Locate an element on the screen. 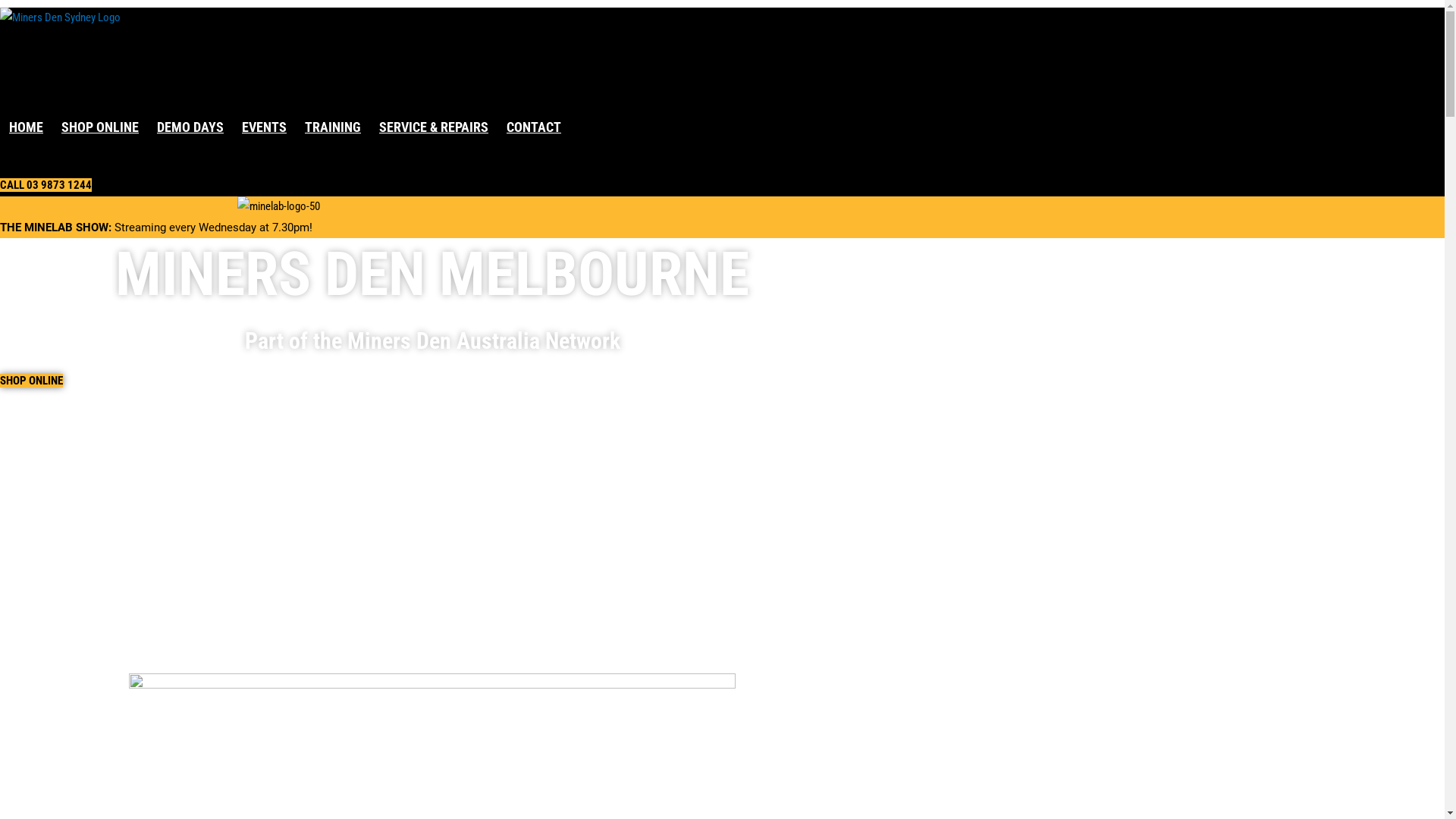 The image size is (1456, 819). 'SHOP ONLINE' is located at coordinates (0, 379).